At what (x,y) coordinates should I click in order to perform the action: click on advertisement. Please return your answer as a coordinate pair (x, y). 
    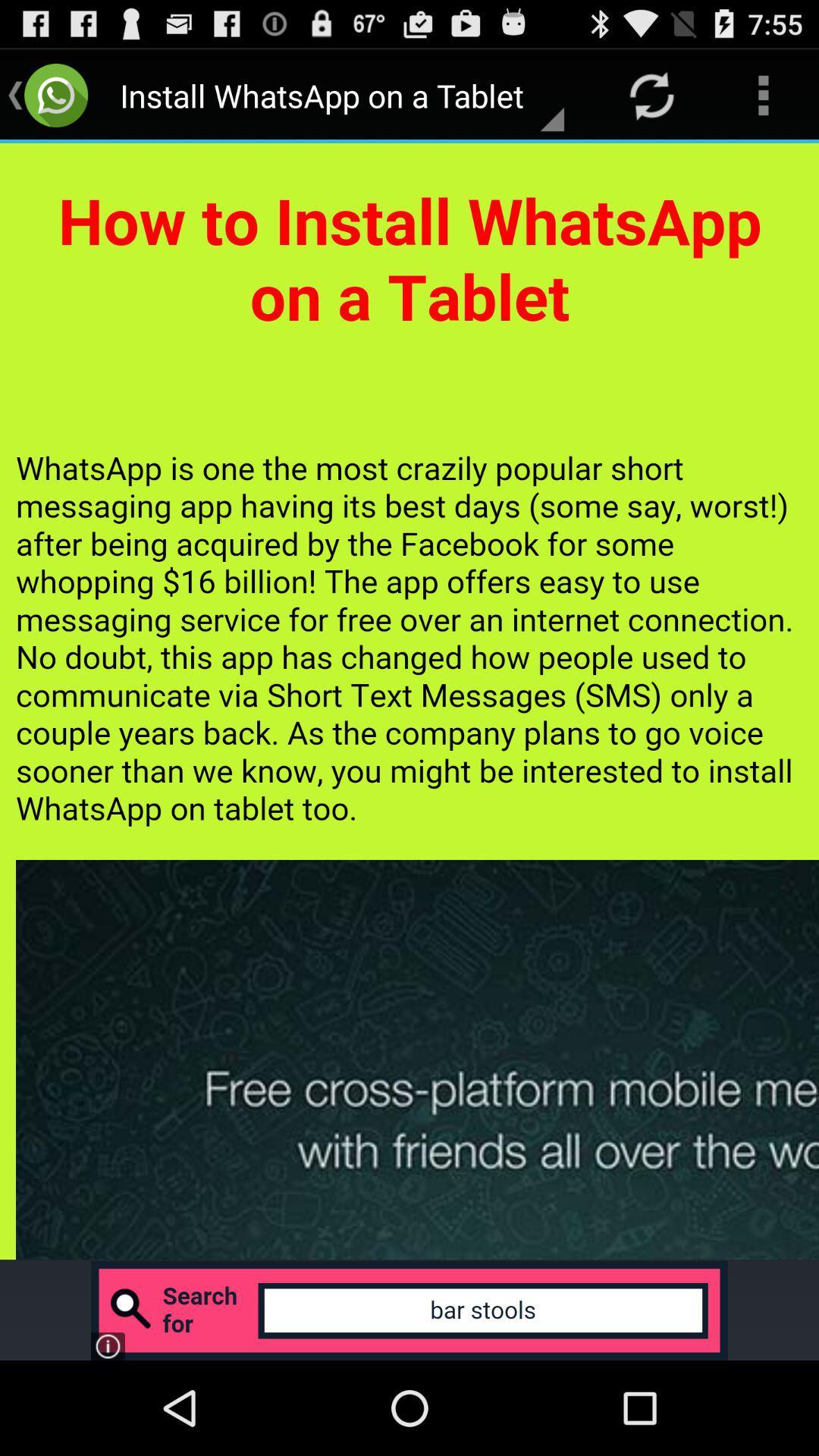
    Looking at the image, I should click on (409, 1310).